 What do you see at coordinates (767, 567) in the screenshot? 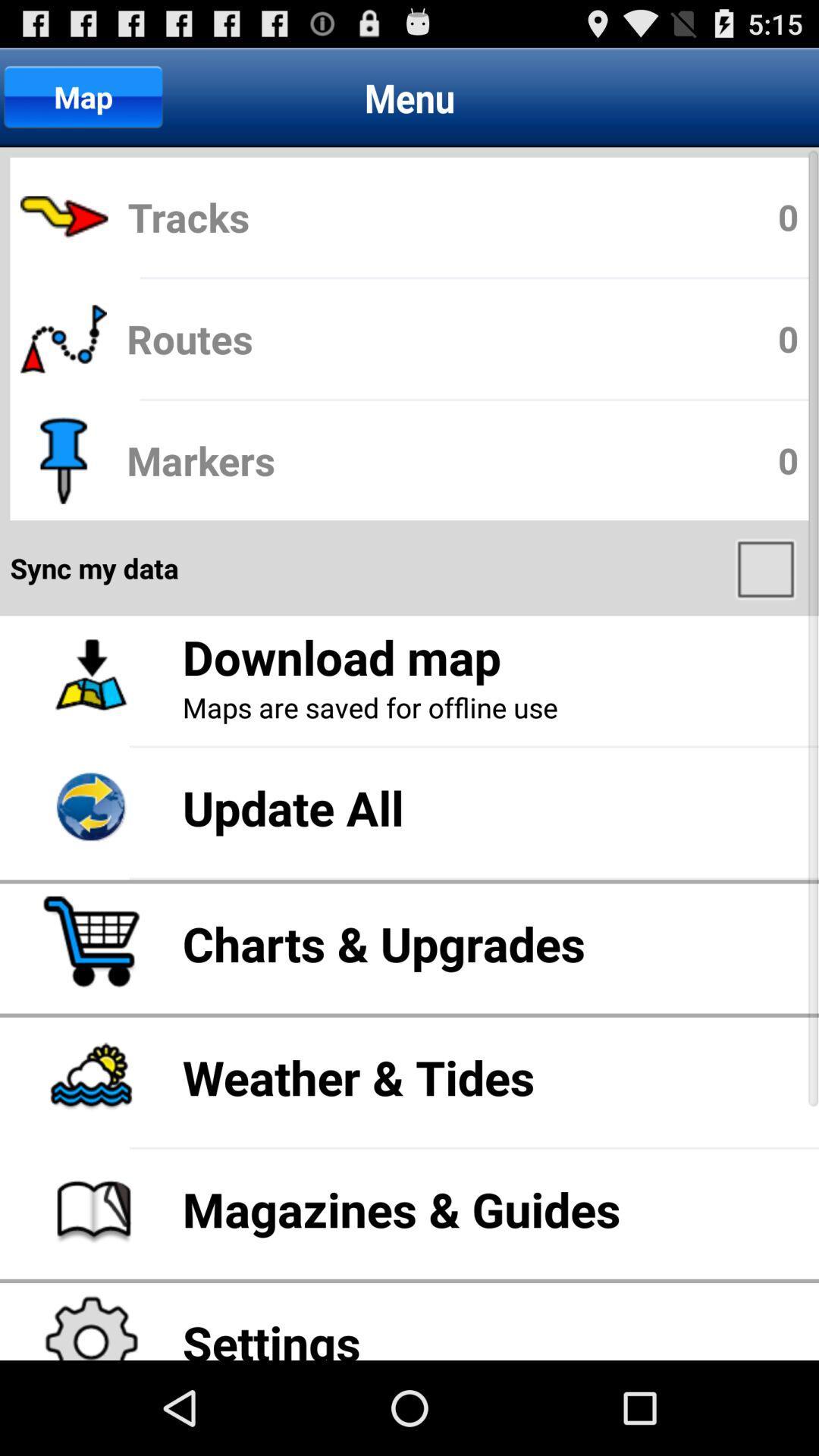
I see `upload data` at bounding box center [767, 567].